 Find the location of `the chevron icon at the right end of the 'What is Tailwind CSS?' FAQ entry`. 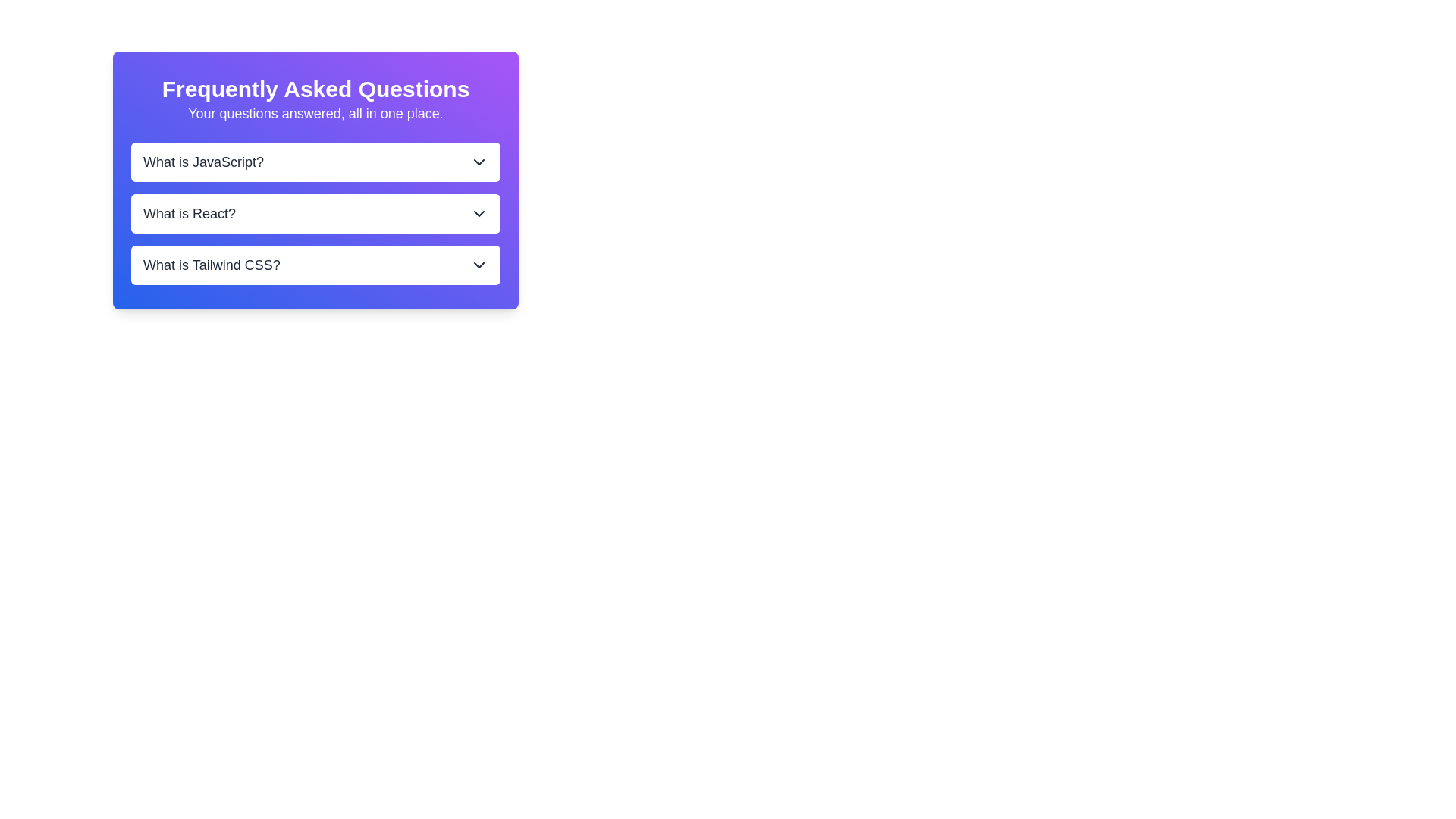

the chevron icon at the right end of the 'What is Tailwind CSS?' FAQ entry is located at coordinates (479, 265).